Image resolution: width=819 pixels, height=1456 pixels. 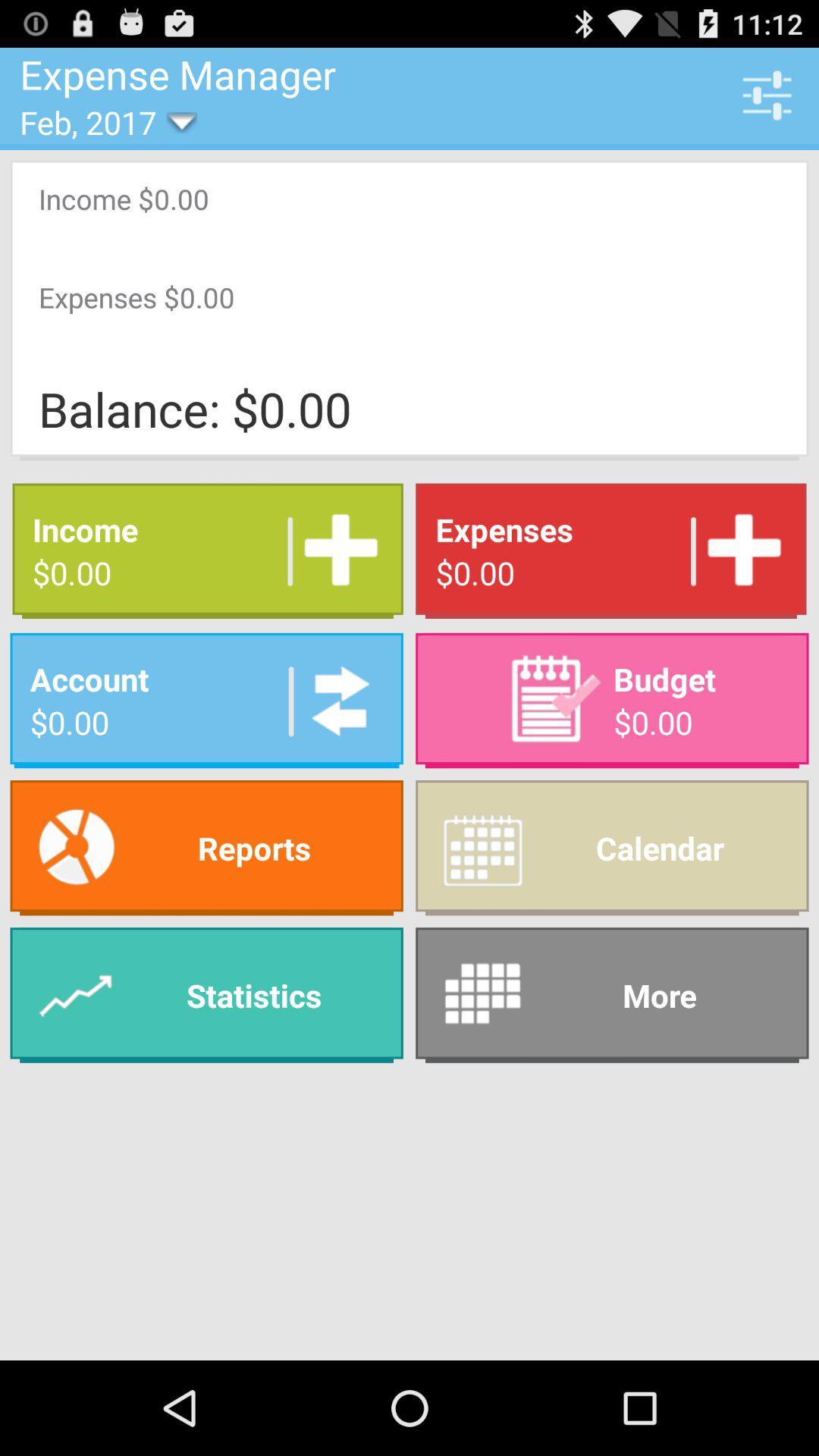 I want to click on advertisement money to account, so click(x=334, y=699).